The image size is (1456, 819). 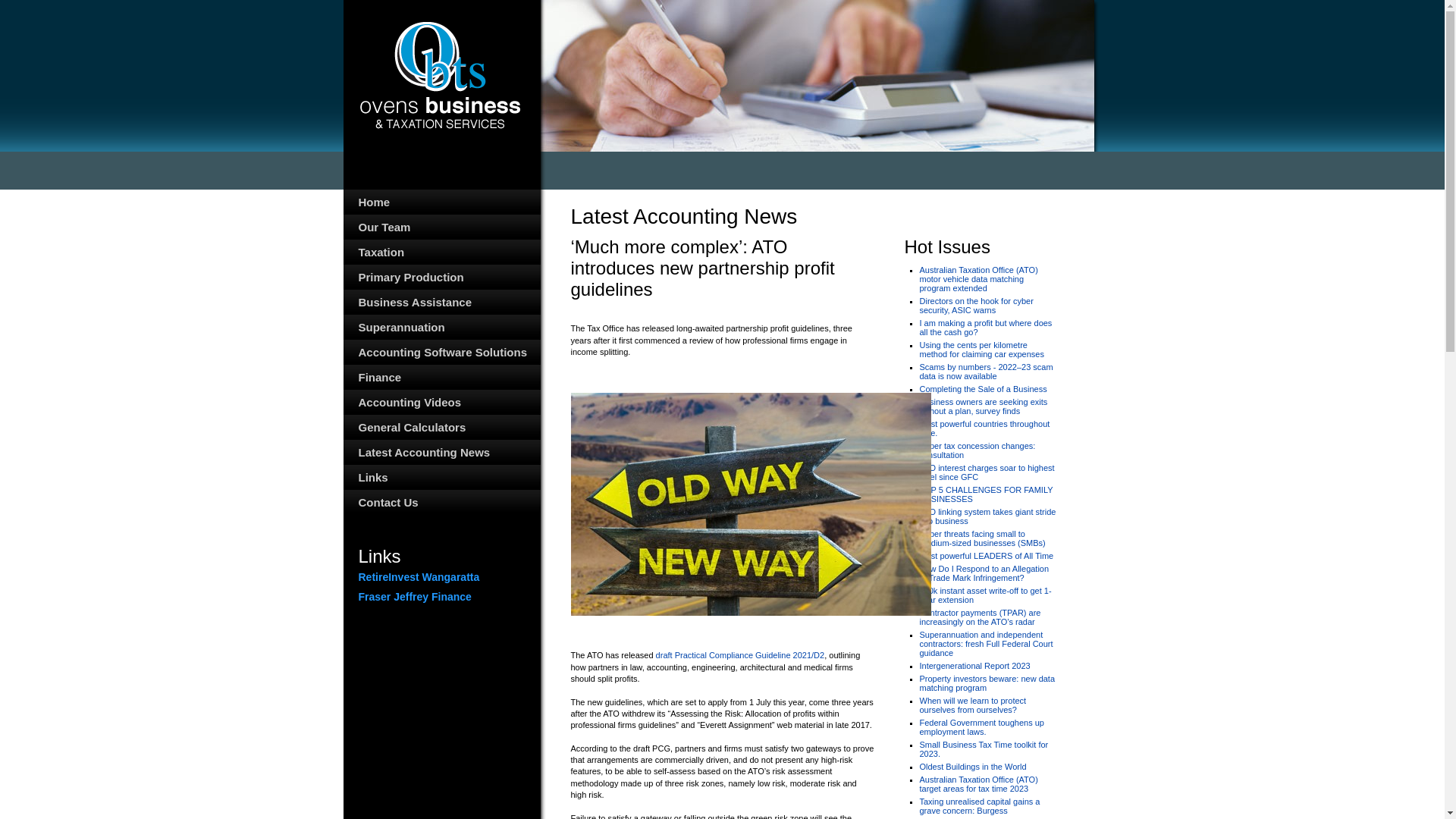 What do you see at coordinates (983, 388) in the screenshot?
I see `'Completing the Sale of a Business'` at bounding box center [983, 388].